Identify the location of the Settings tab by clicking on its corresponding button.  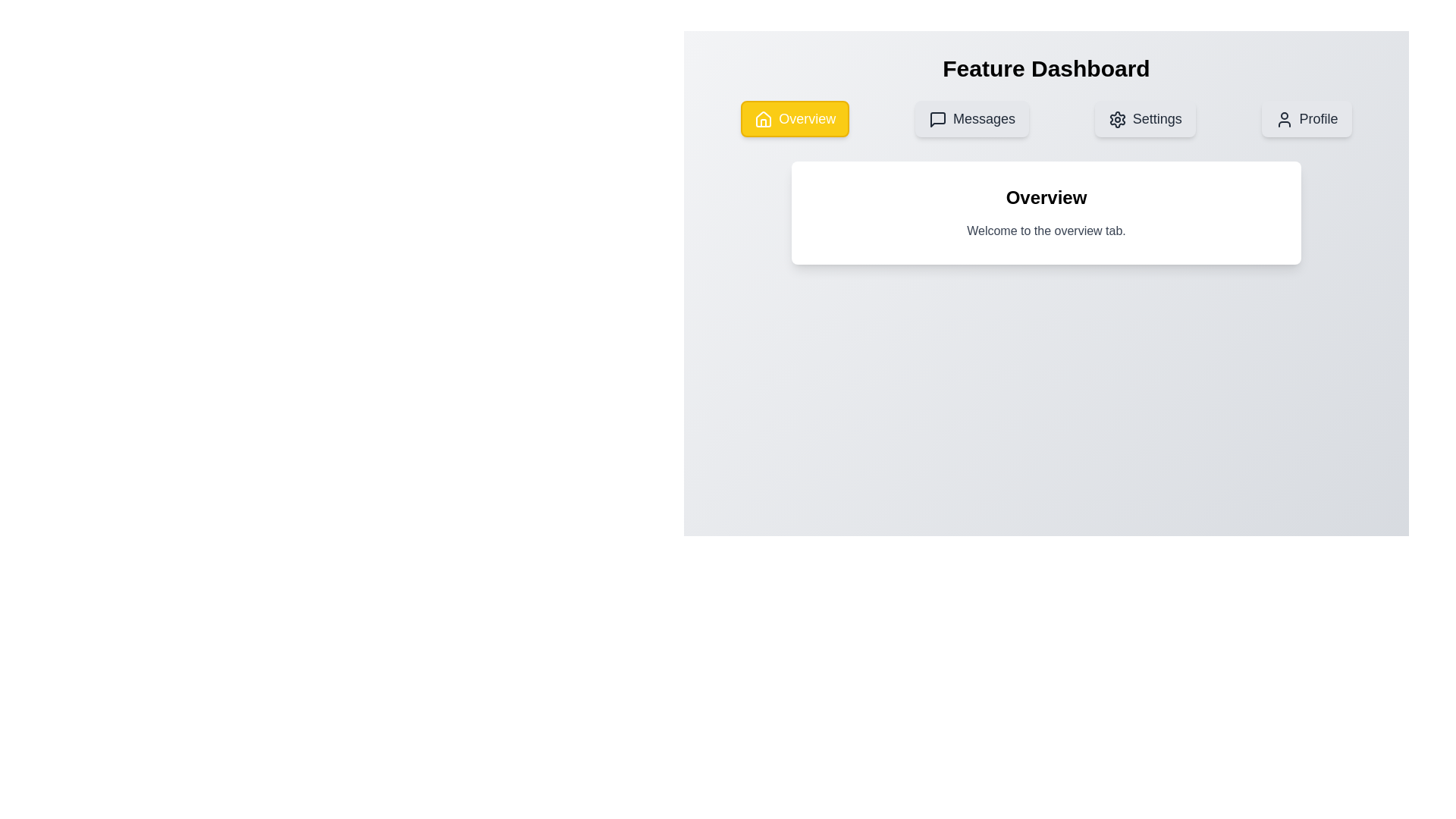
(1145, 118).